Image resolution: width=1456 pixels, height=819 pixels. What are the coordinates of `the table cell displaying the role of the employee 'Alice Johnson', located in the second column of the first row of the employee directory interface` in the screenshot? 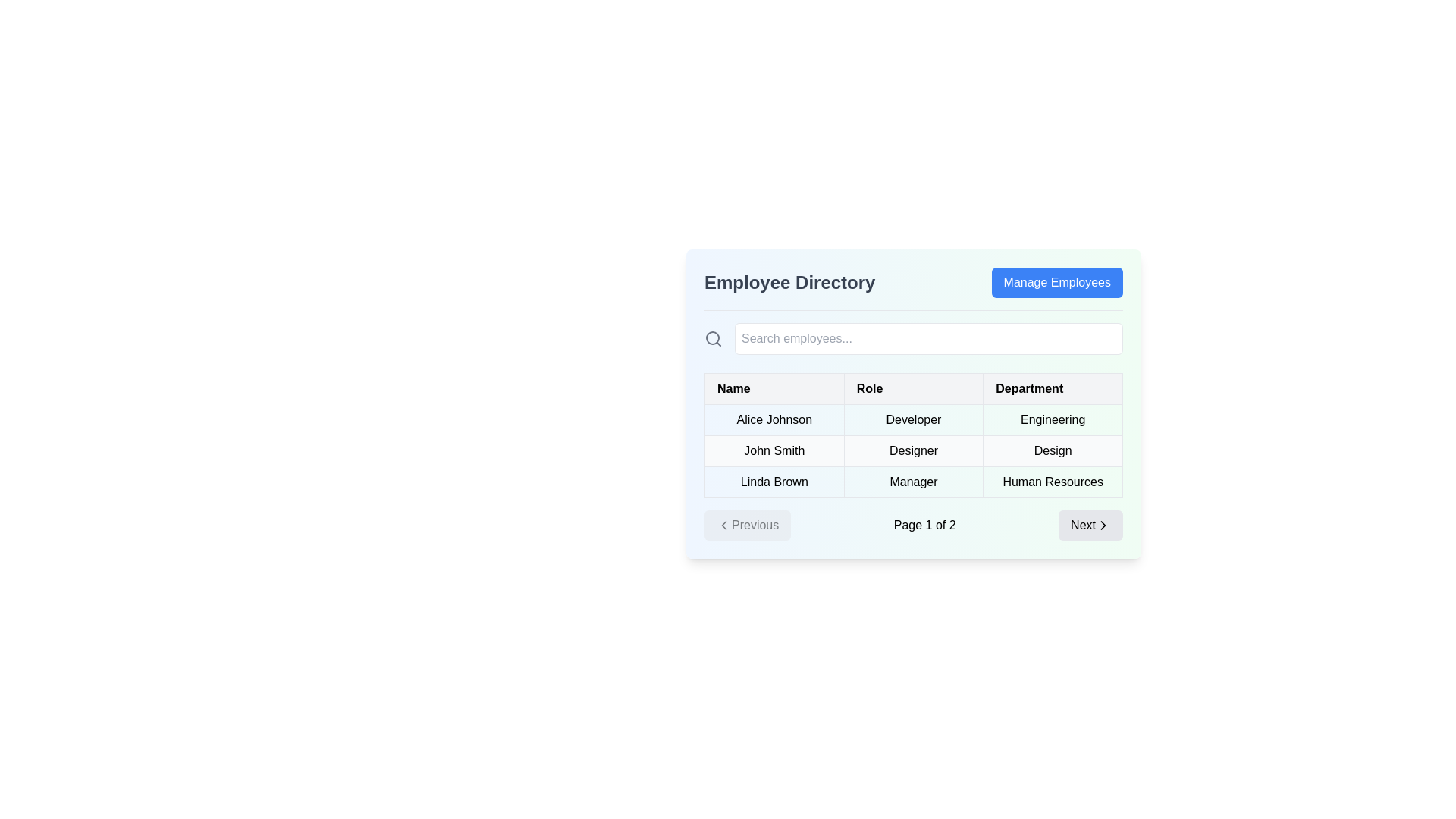 It's located at (912, 426).